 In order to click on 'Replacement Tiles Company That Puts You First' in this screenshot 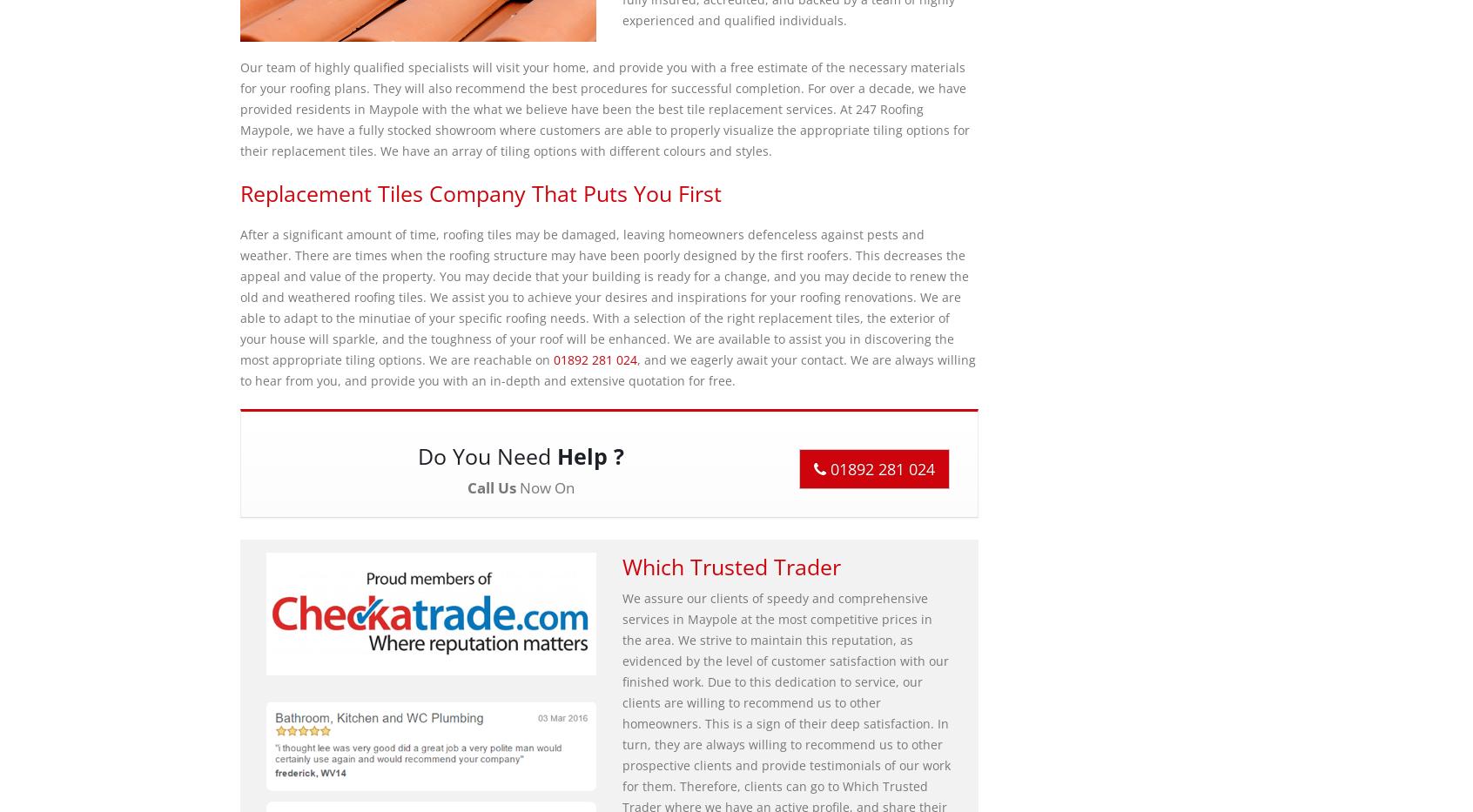, I will do `click(481, 191)`.